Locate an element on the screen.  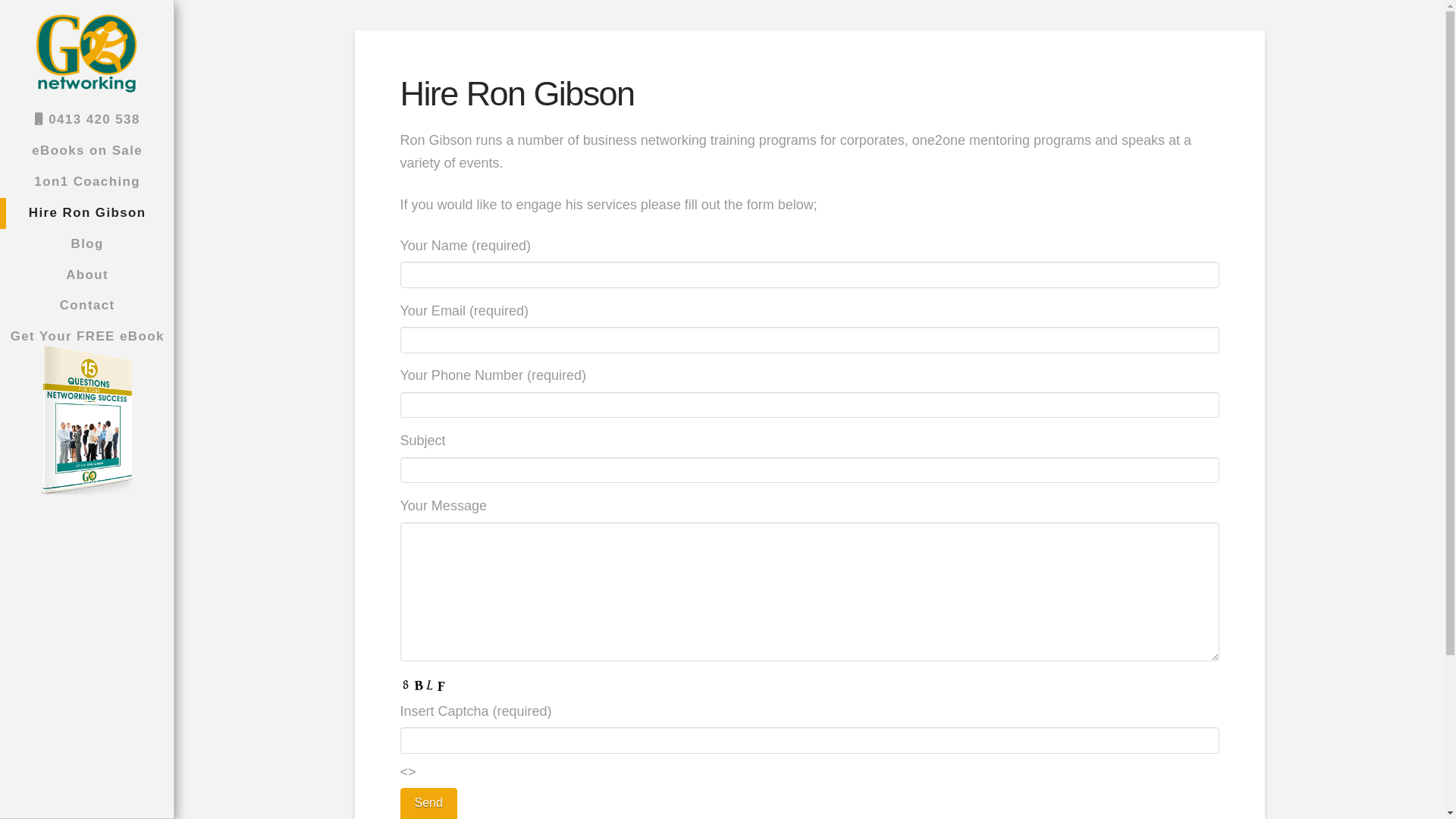
'About' is located at coordinates (86, 275).